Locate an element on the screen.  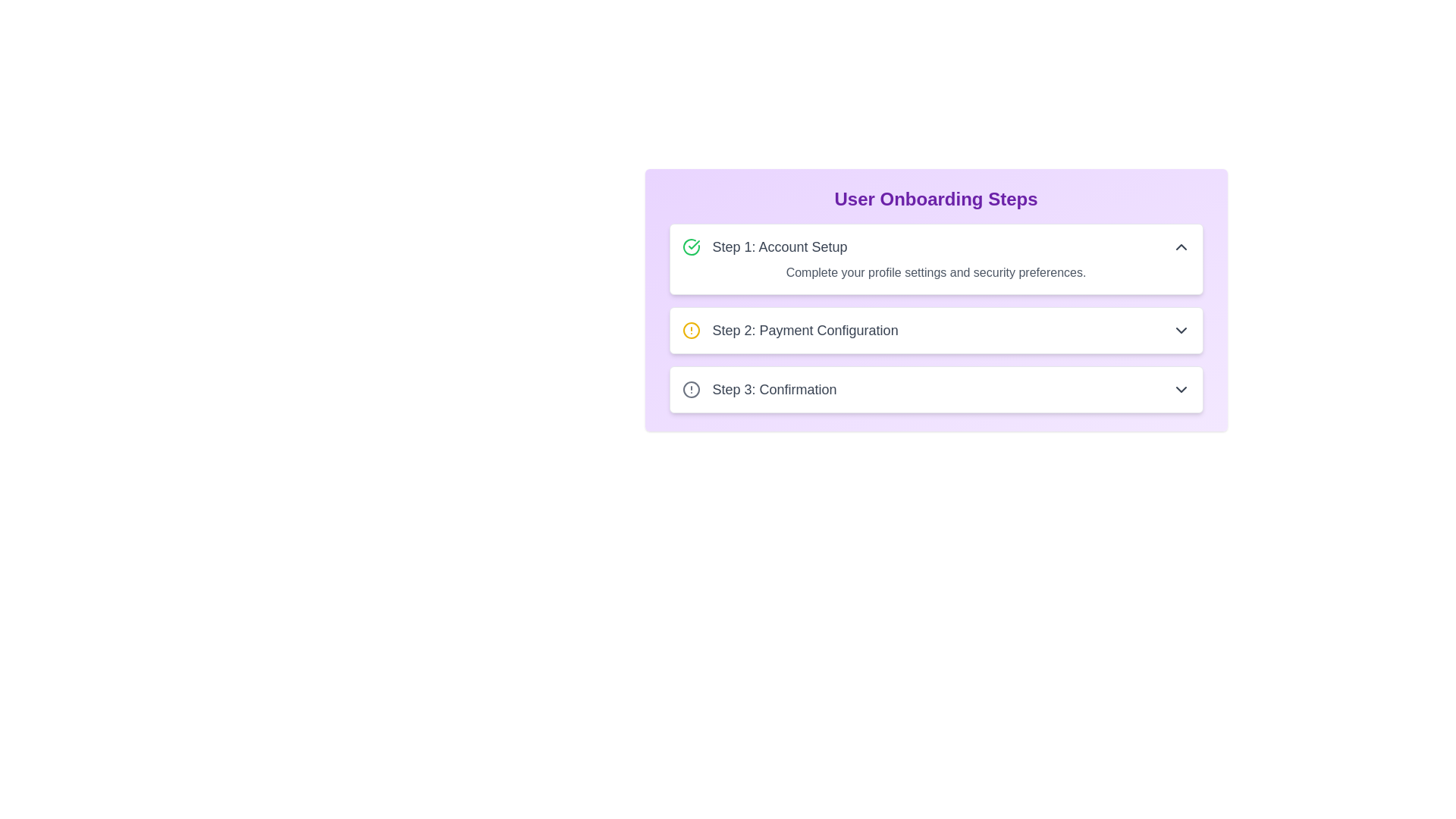
the Collapsible section header displaying 'Step 1: Account Setup' to activate it is located at coordinates (935, 246).